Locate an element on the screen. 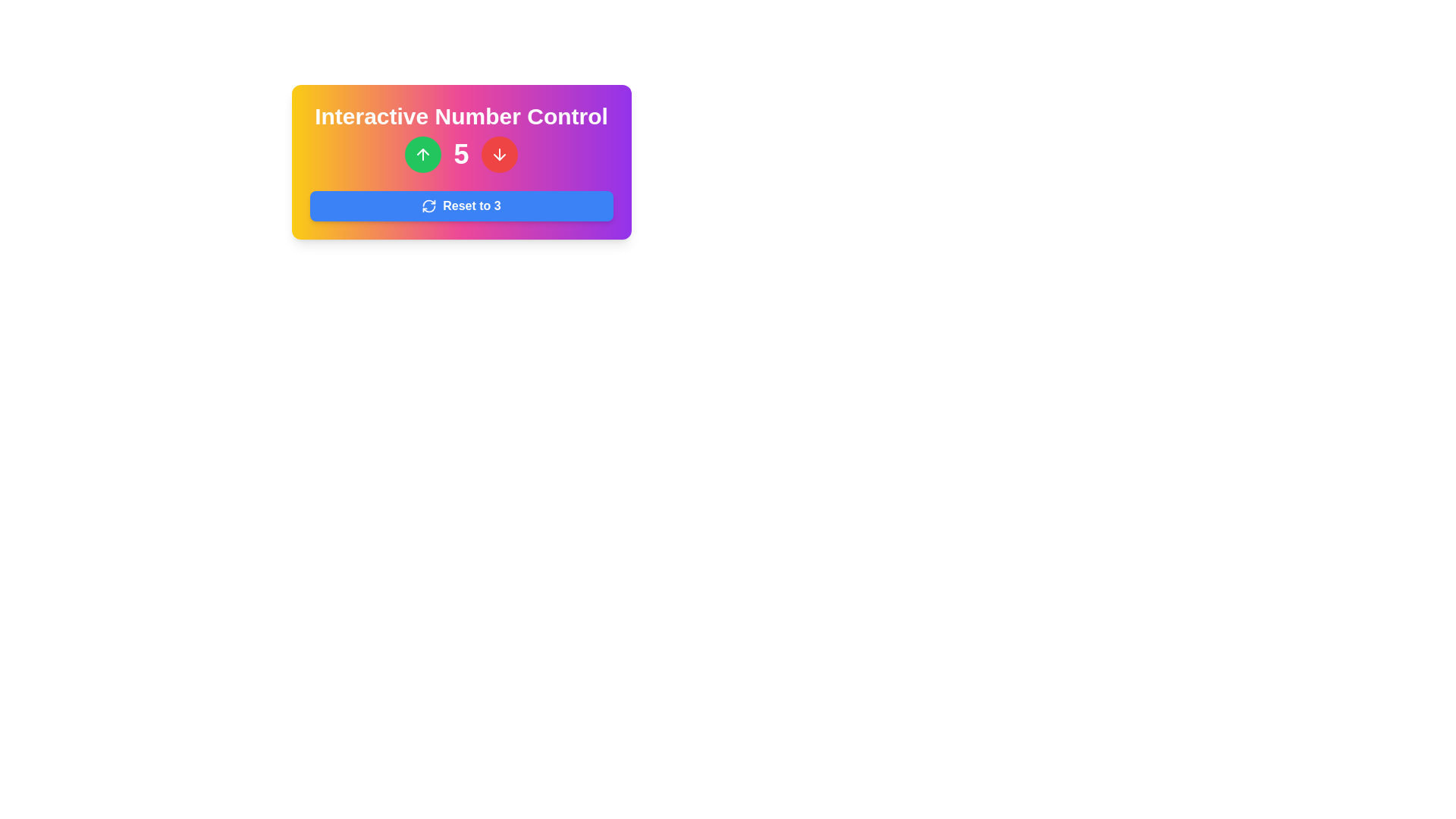  displayed value of the static text label 'Reset to 3' centered in a blue rectangular button is located at coordinates (471, 206).